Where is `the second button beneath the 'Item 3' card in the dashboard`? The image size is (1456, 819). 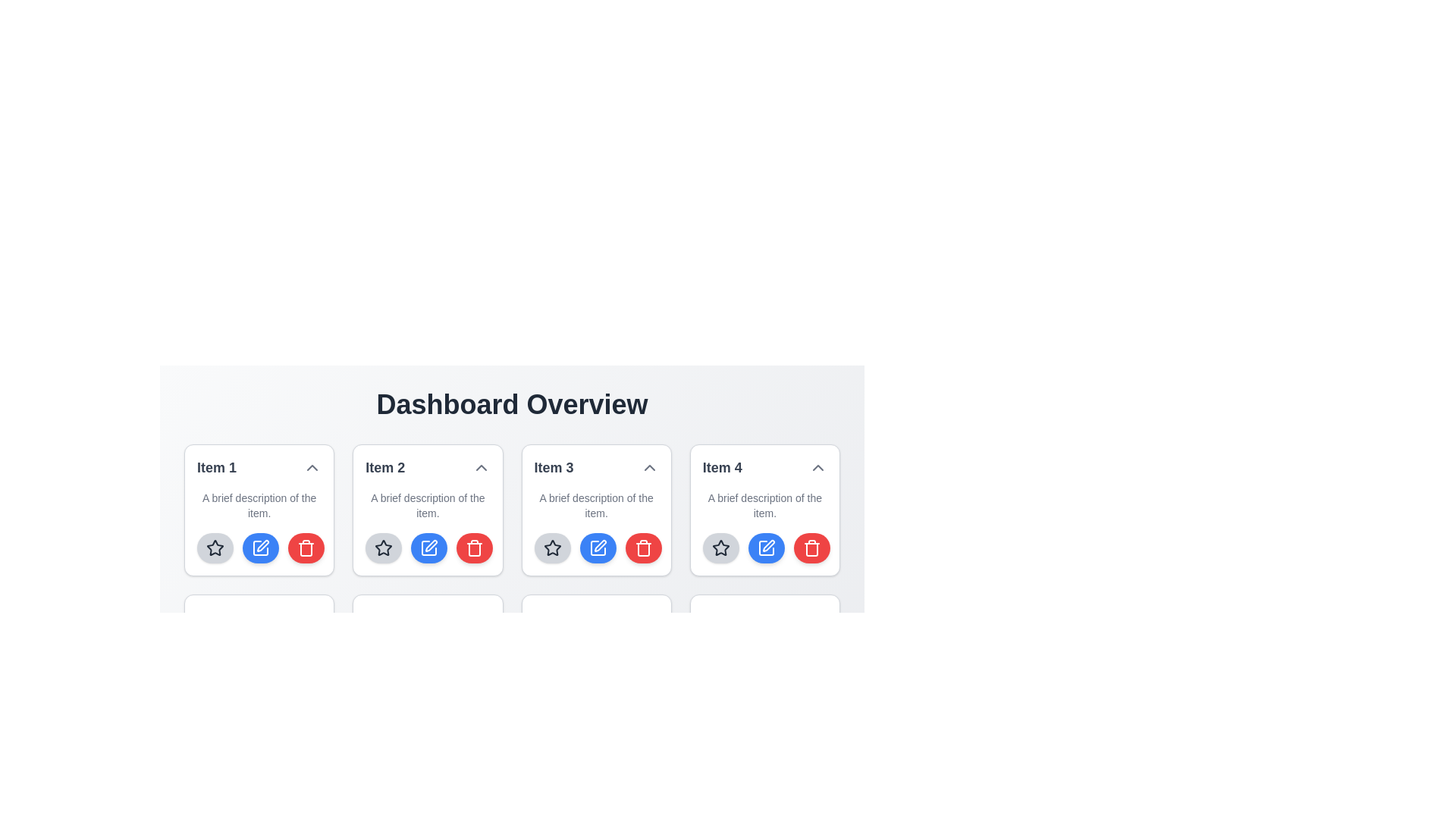
the second button beneath the 'Item 3' card in the dashboard is located at coordinates (597, 548).